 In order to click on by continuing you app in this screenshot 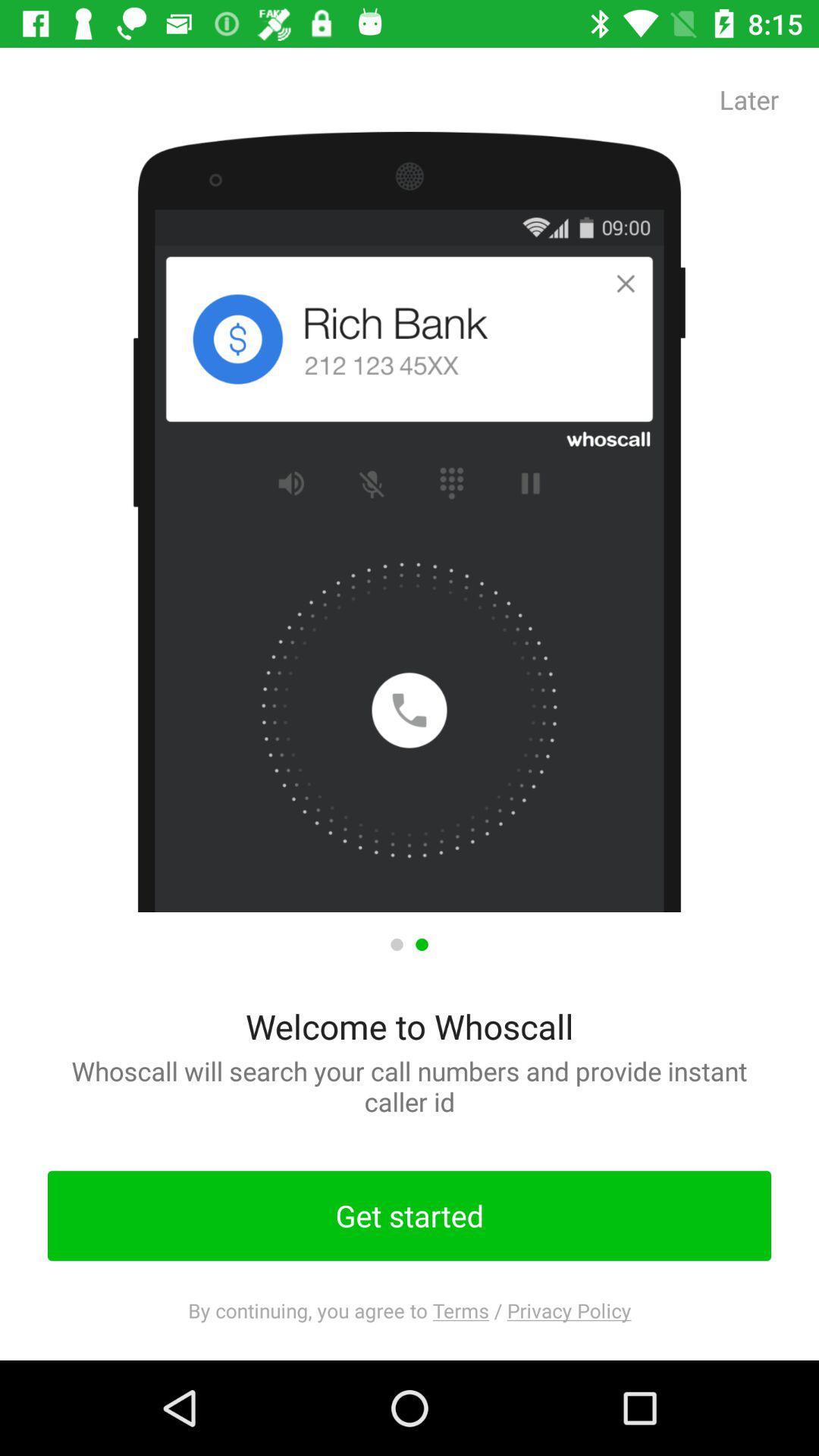, I will do `click(409, 1310)`.